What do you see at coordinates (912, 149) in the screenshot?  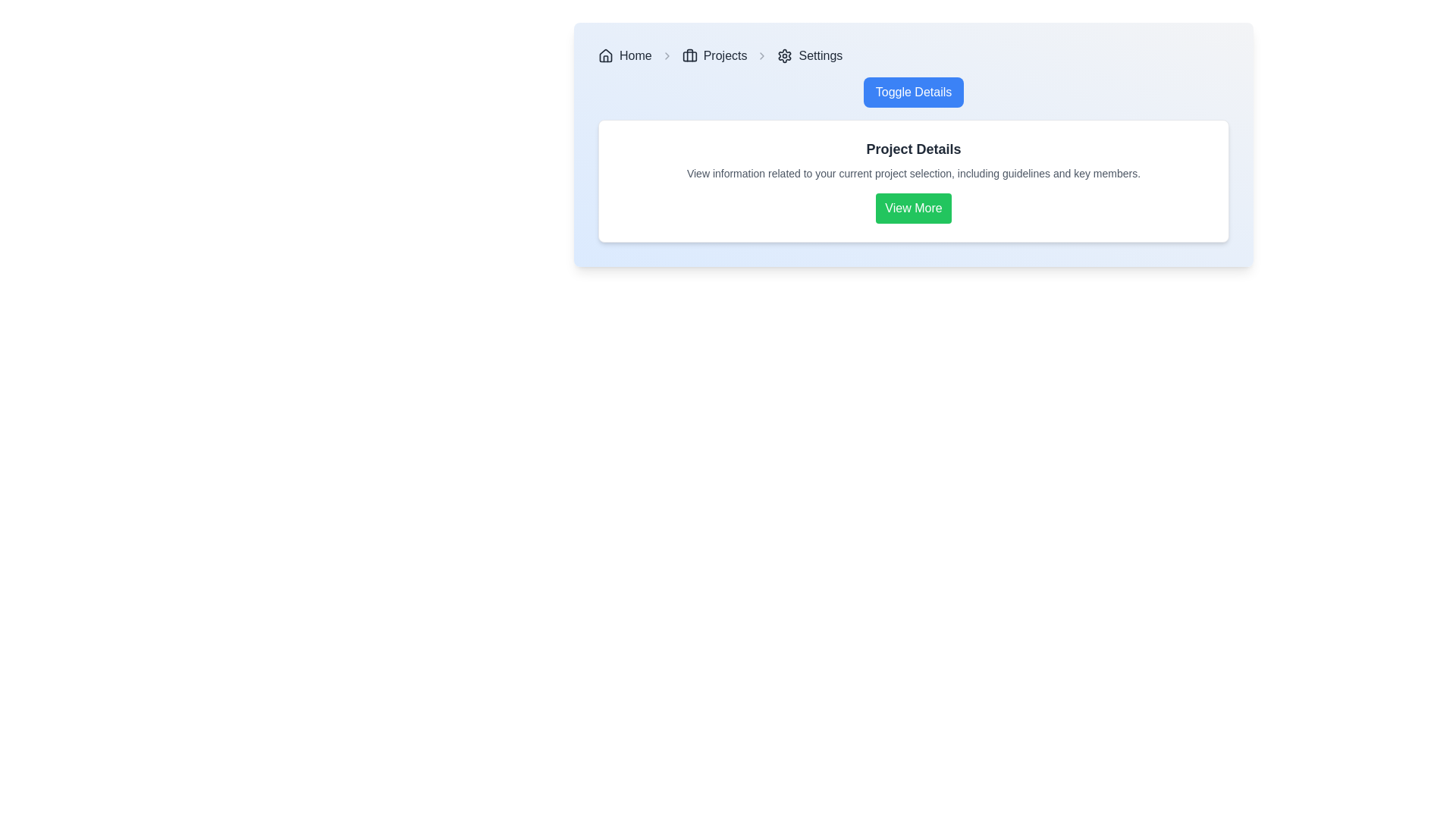 I see `the 'Project Details' heading text, which is styled in bold and slightly larger font, indicating its significance and positioned above the descriptive text and the 'View More' button` at bounding box center [912, 149].